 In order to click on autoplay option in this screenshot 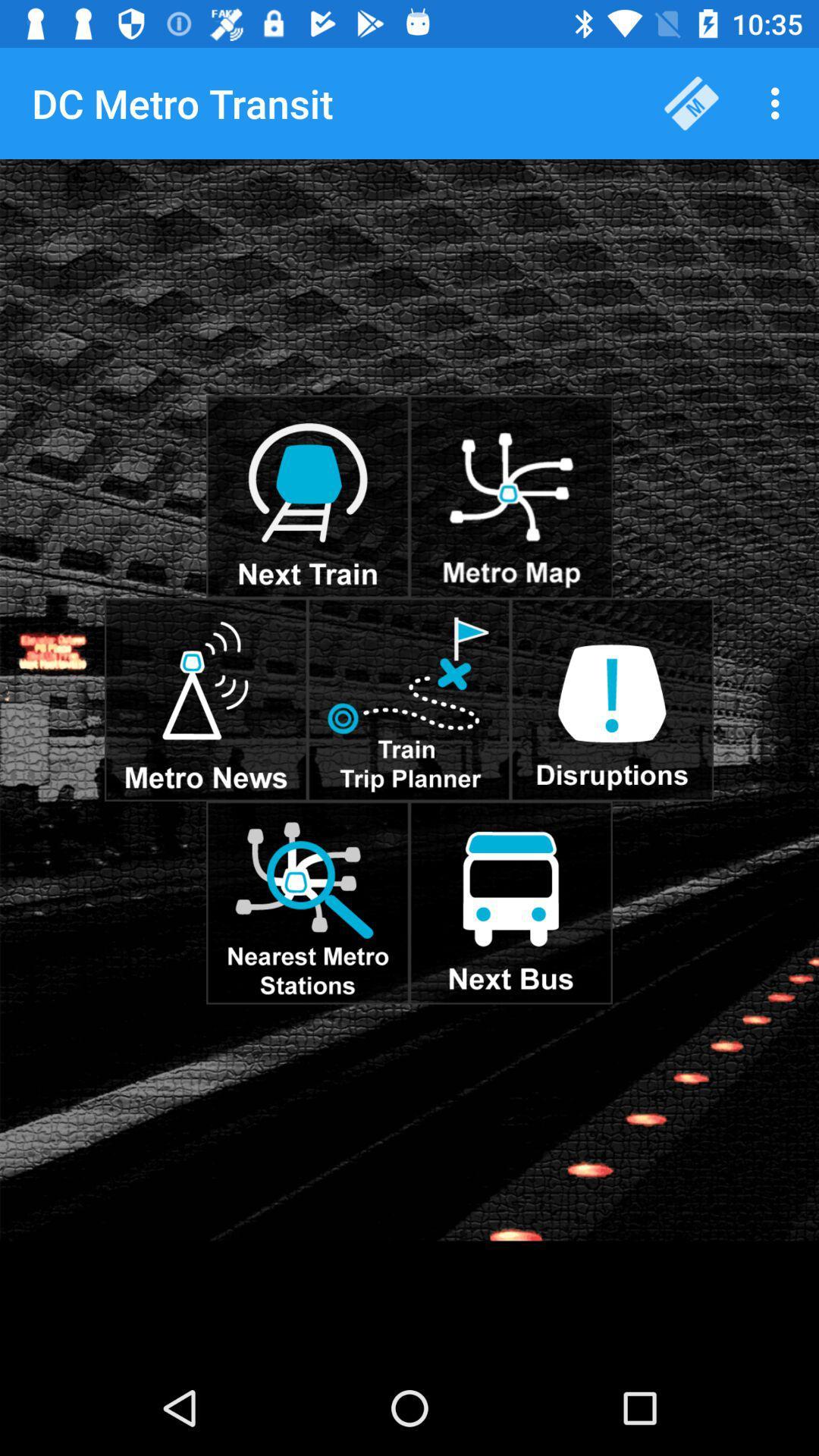, I will do `click(510, 902)`.